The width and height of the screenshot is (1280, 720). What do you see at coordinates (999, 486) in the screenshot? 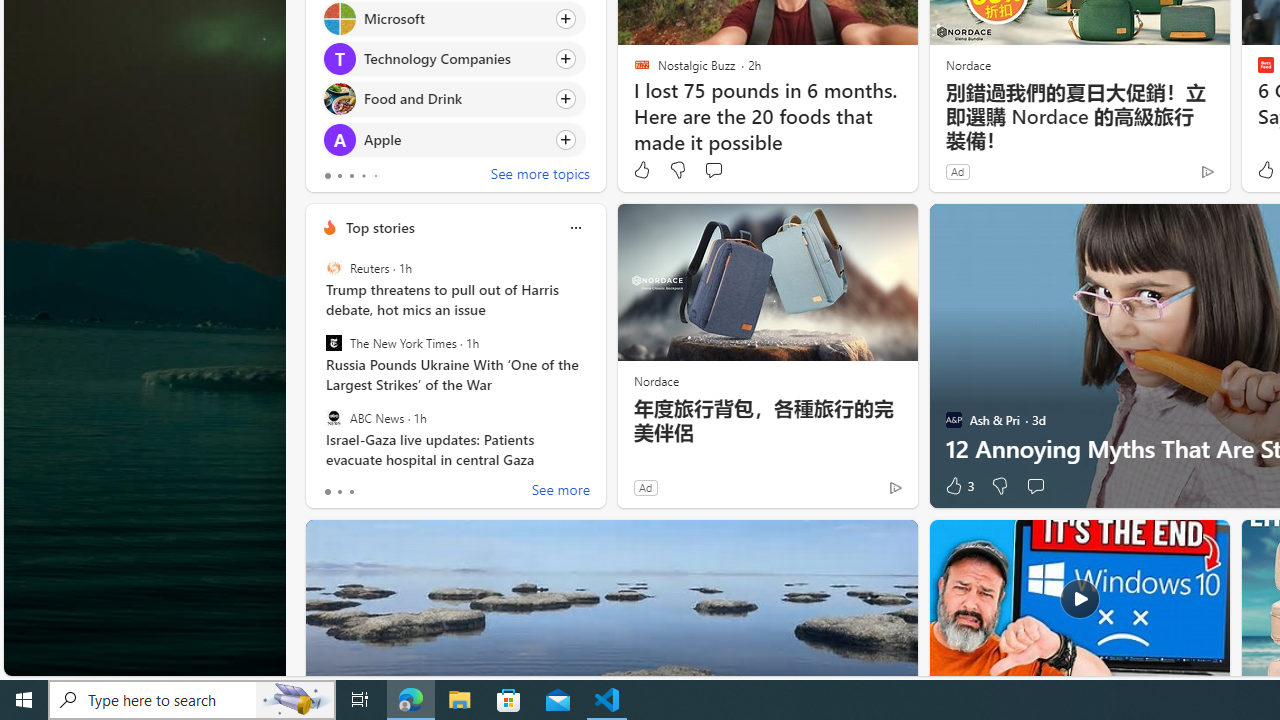
I see `'Dislike'` at bounding box center [999, 486].